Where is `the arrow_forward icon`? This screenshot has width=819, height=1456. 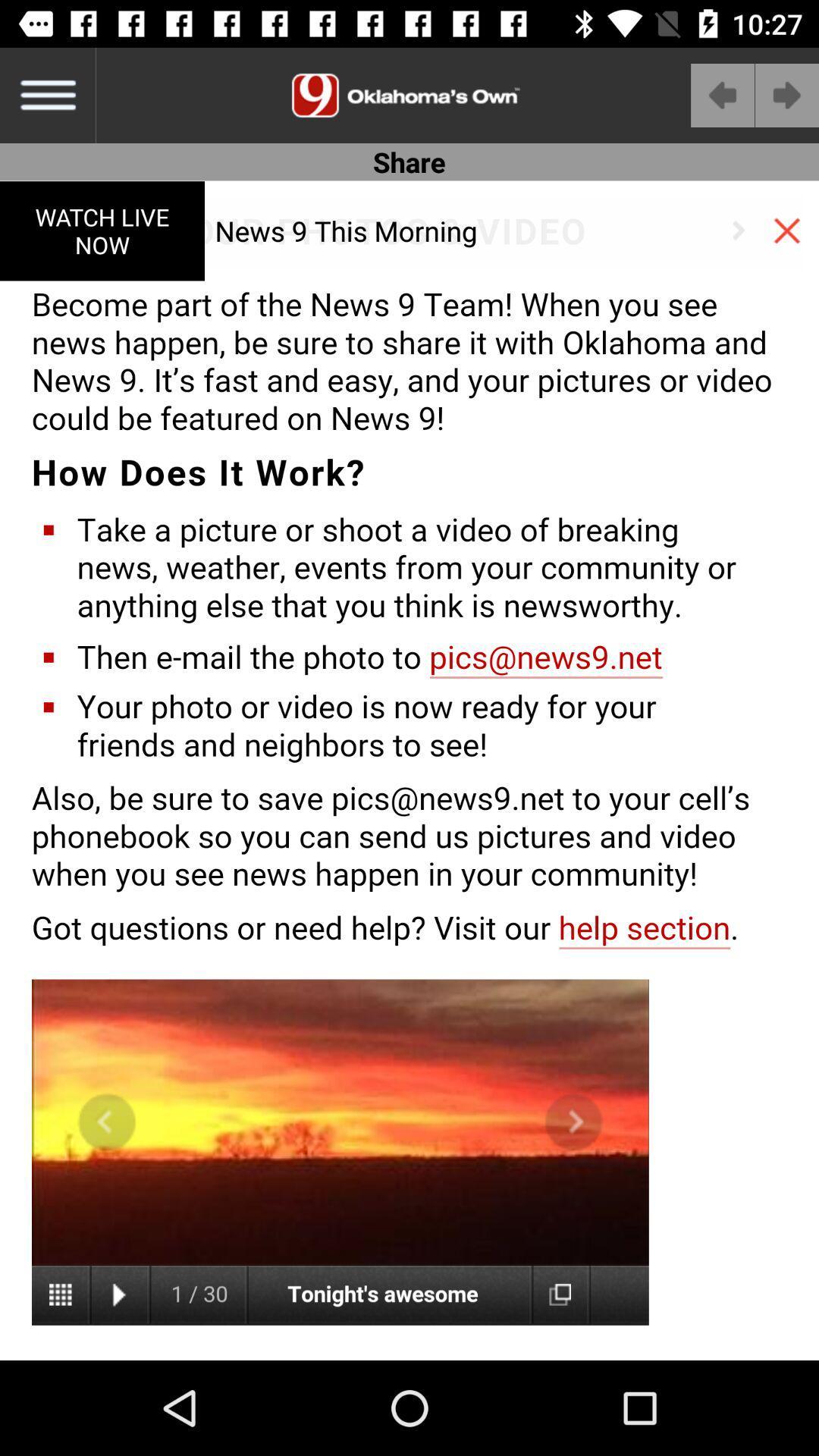
the arrow_forward icon is located at coordinates (786, 94).